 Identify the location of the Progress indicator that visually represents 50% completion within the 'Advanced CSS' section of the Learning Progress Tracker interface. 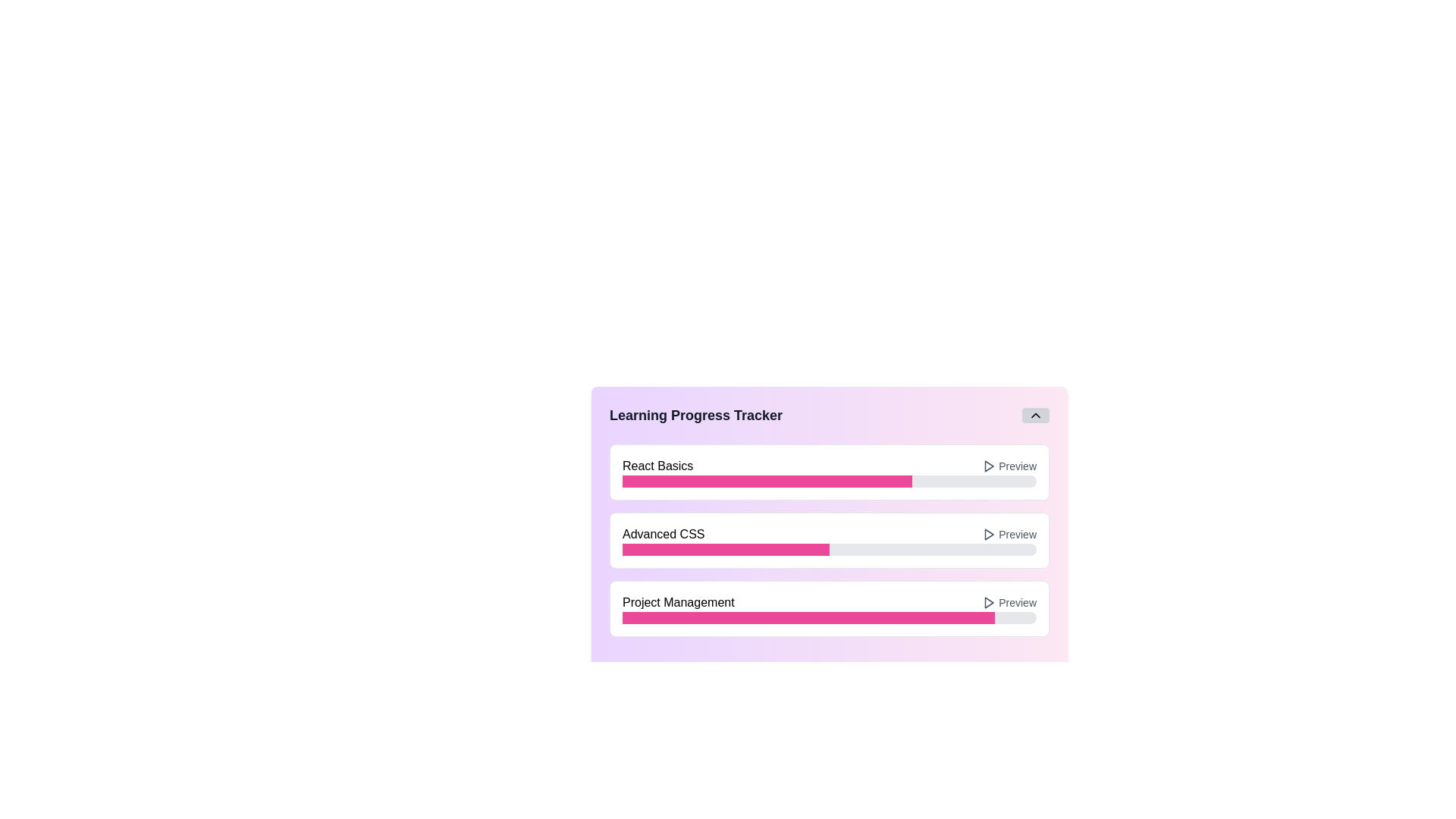
(725, 550).